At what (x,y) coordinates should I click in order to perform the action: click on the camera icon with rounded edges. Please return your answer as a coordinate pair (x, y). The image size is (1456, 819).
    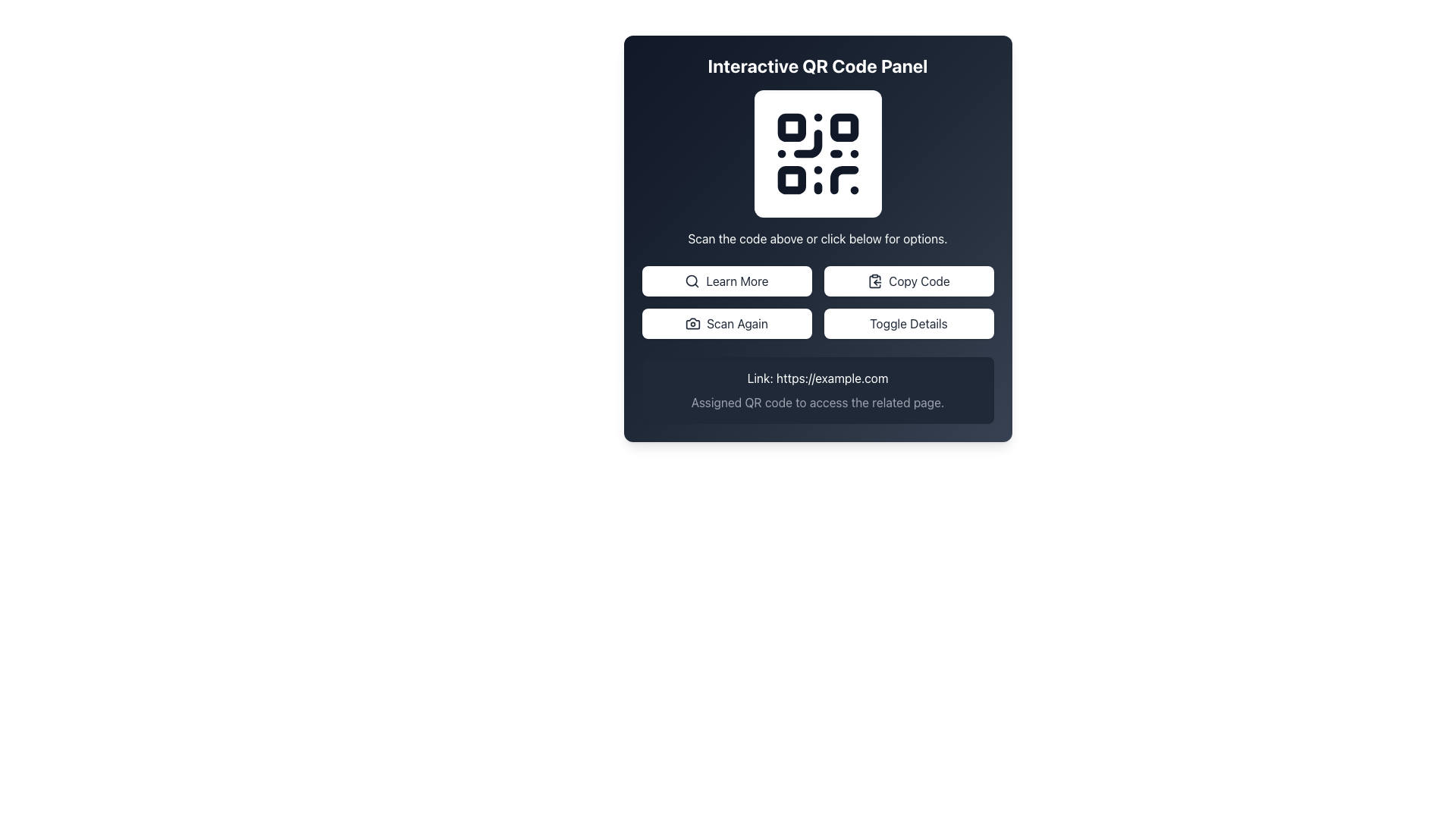
    Looking at the image, I should click on (692, 323).